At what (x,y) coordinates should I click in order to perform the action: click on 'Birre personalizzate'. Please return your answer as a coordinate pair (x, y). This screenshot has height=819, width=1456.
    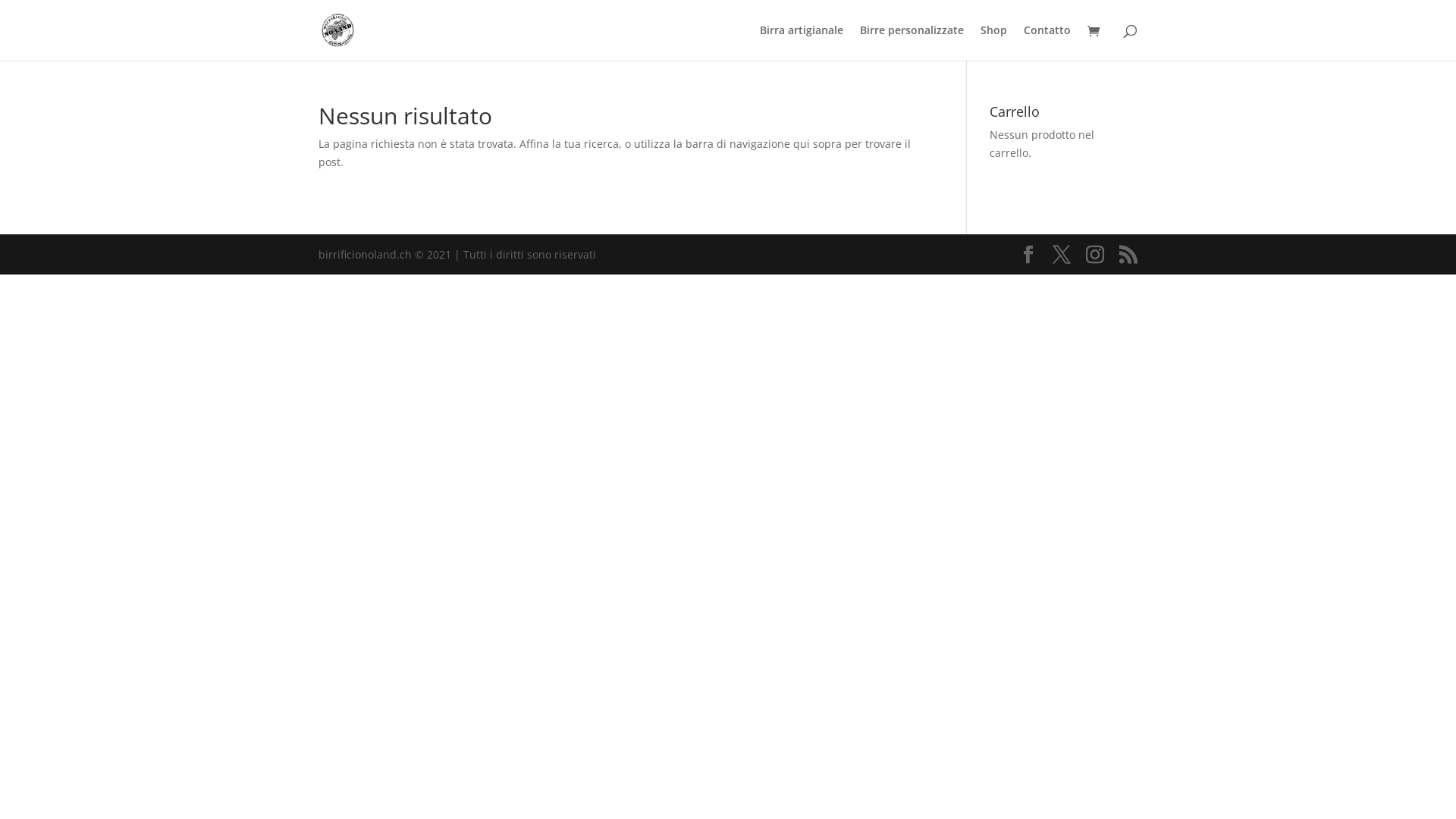
    Looking at the image, I should click on (911, 42).